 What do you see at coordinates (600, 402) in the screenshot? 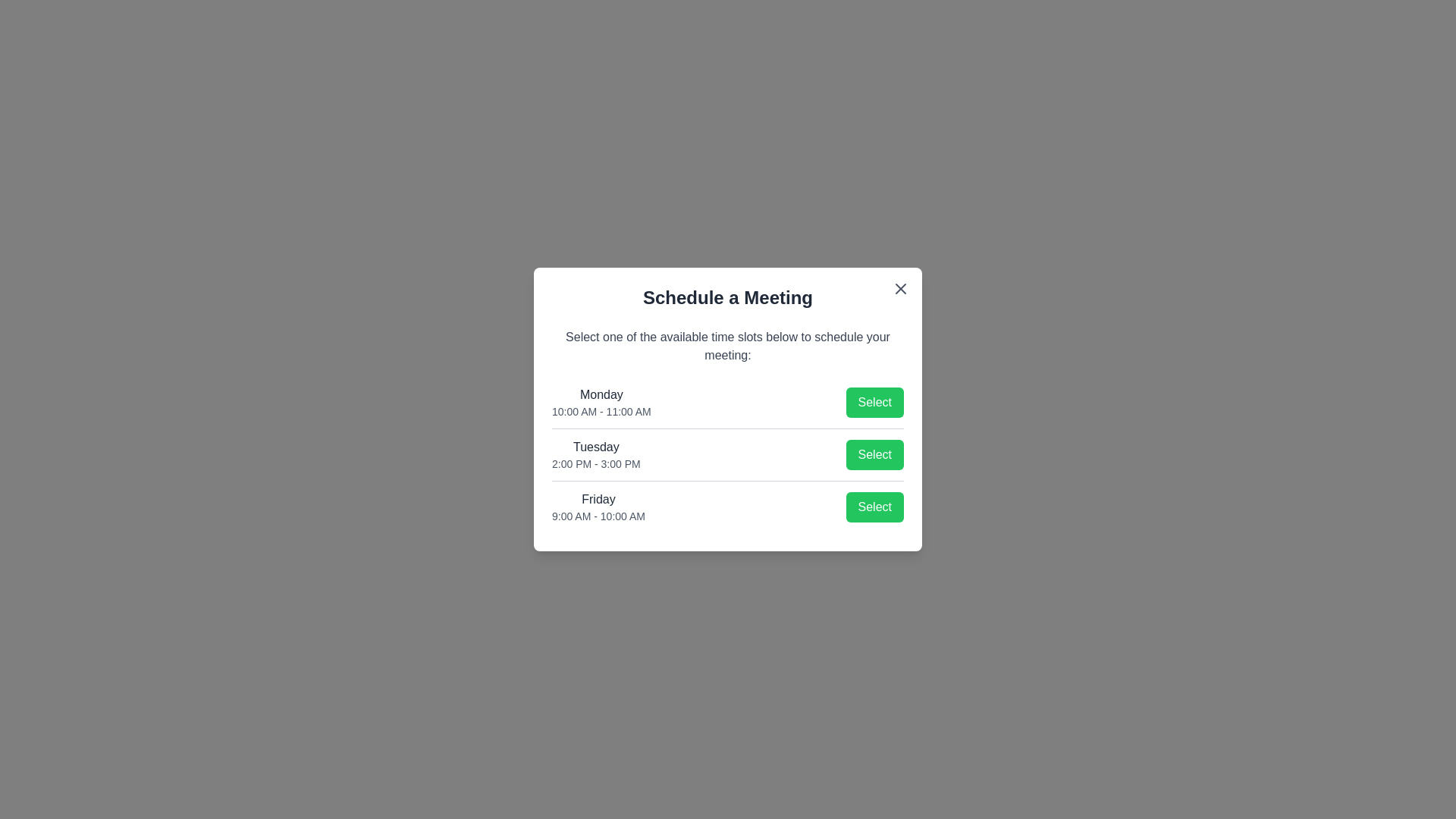
I see `the available time slots for the user to inspect` at bounding box center [600, 402].